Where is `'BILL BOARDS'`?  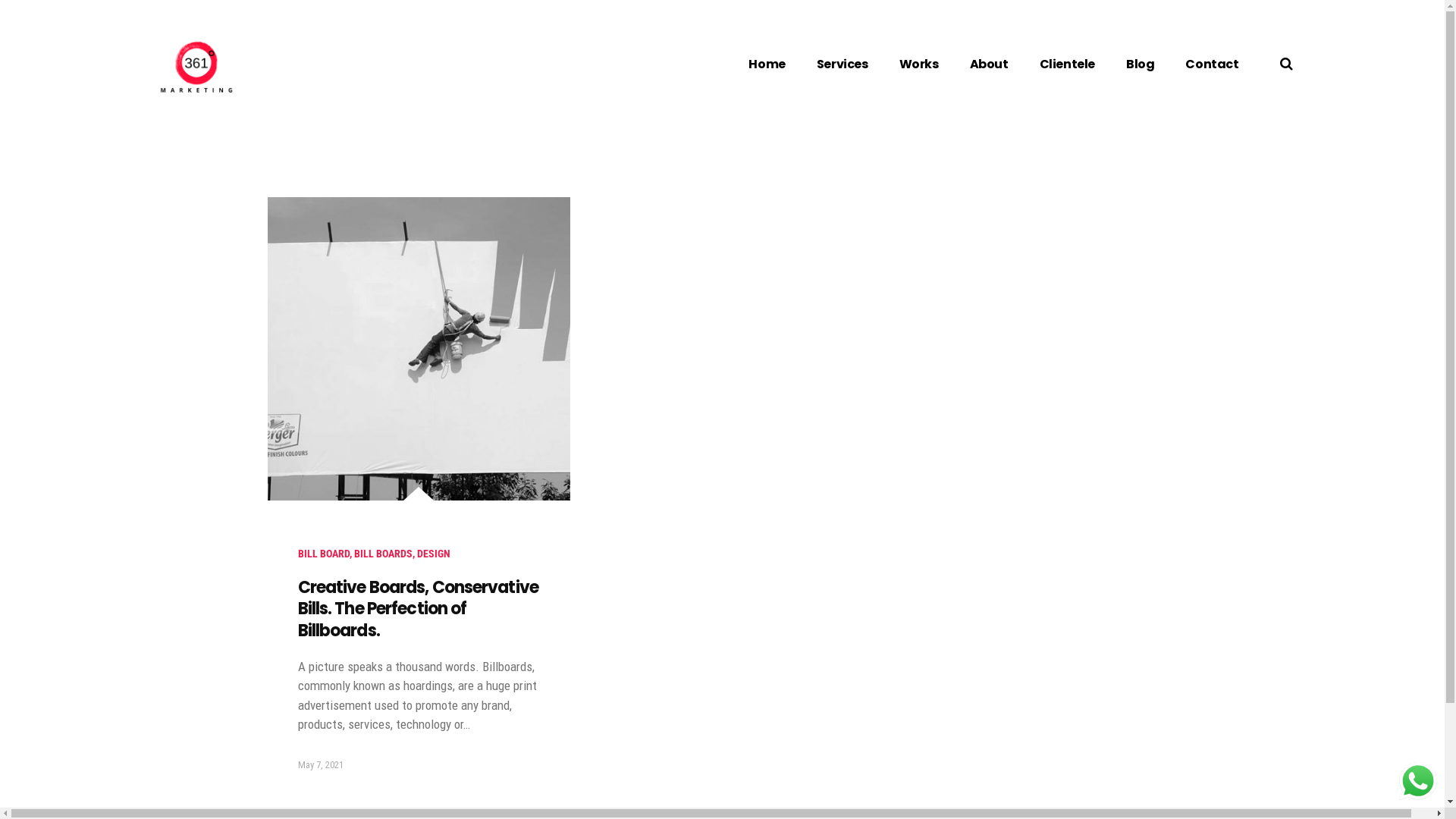
'BILL BOARDS' is located at coordinates (382, 553).